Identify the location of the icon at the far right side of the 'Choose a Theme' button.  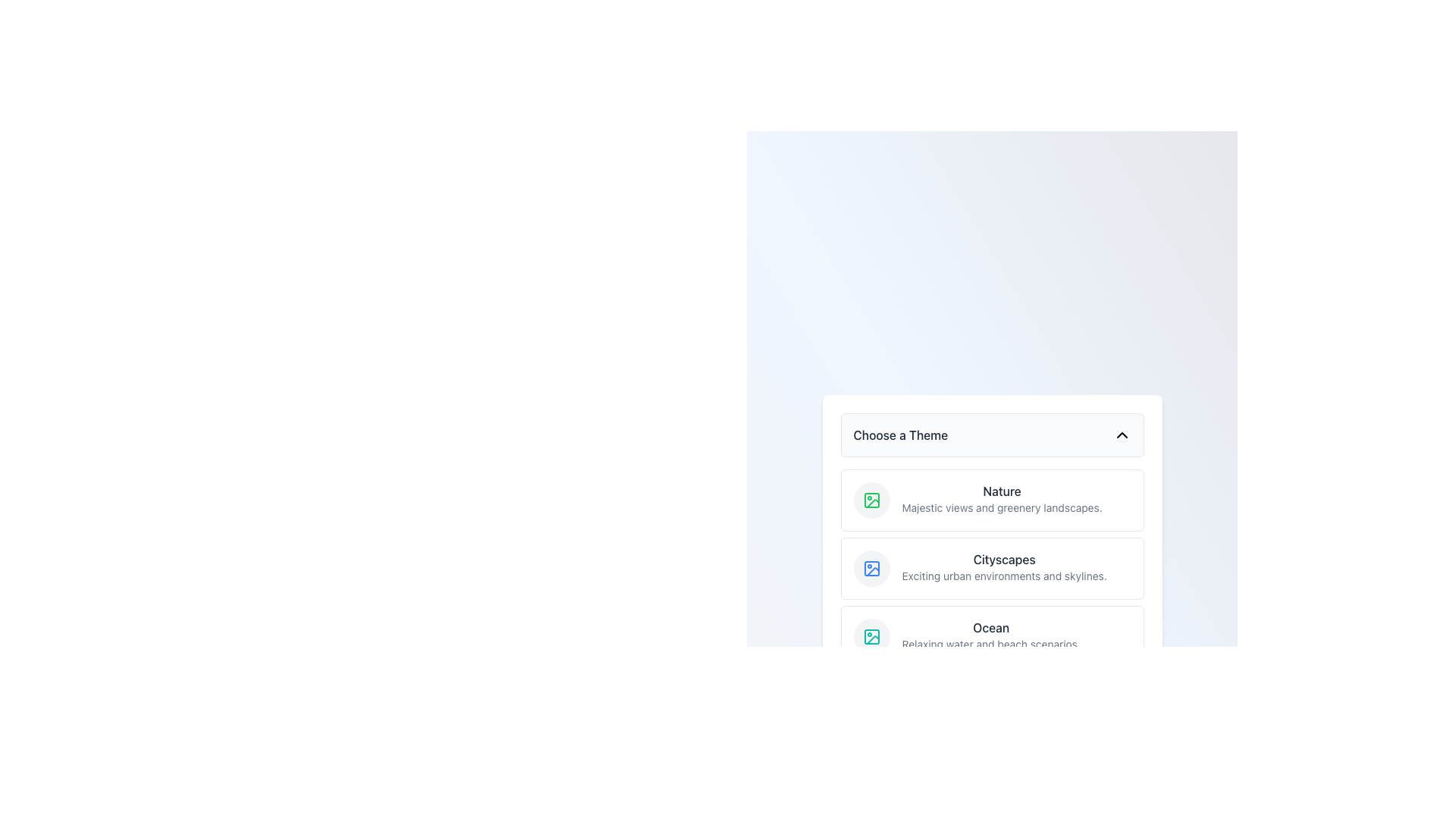
(1122, 435).